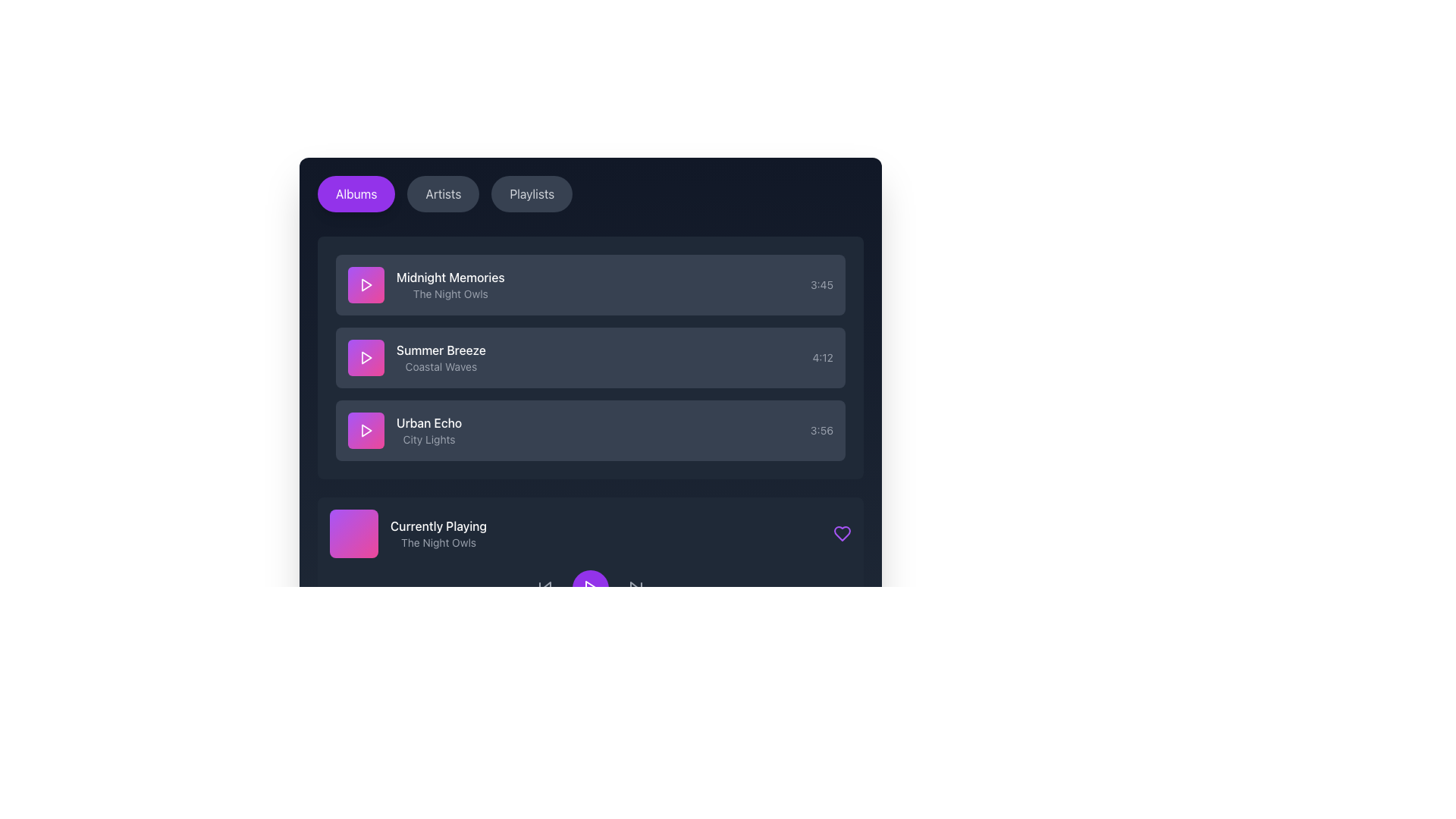 The width and height of the screenshot is (1456, 819). Describe the element at coordinates (841, 533) in the screenshot. I see `the heart-shaped icon button in the 'Currently Playing' section` at that location.